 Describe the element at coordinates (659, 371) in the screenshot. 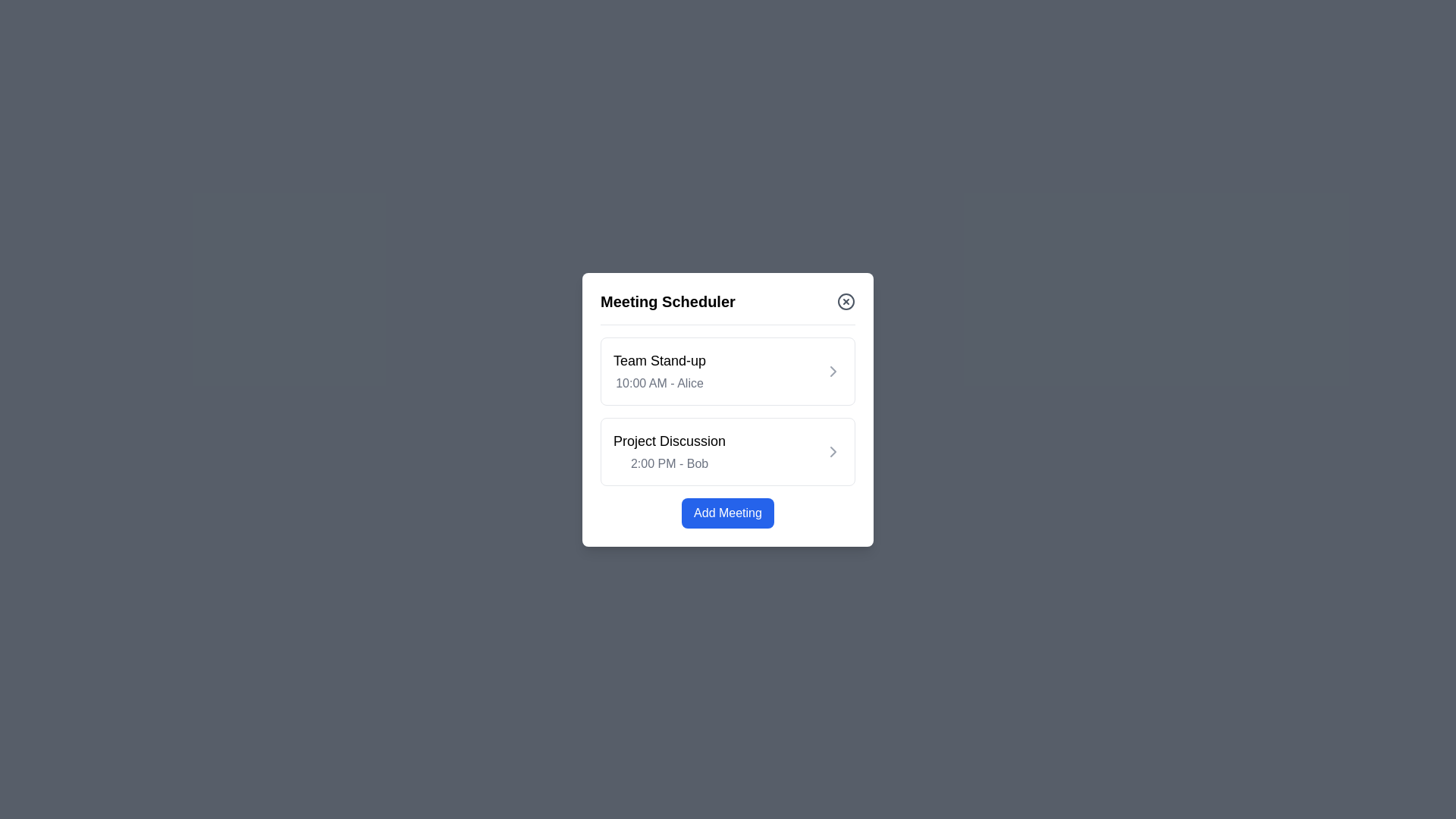

I see `the 'Team Stand-up' text block located at the top of the Meeting Scheduler interface to interact with adjacent related elements` at that location.